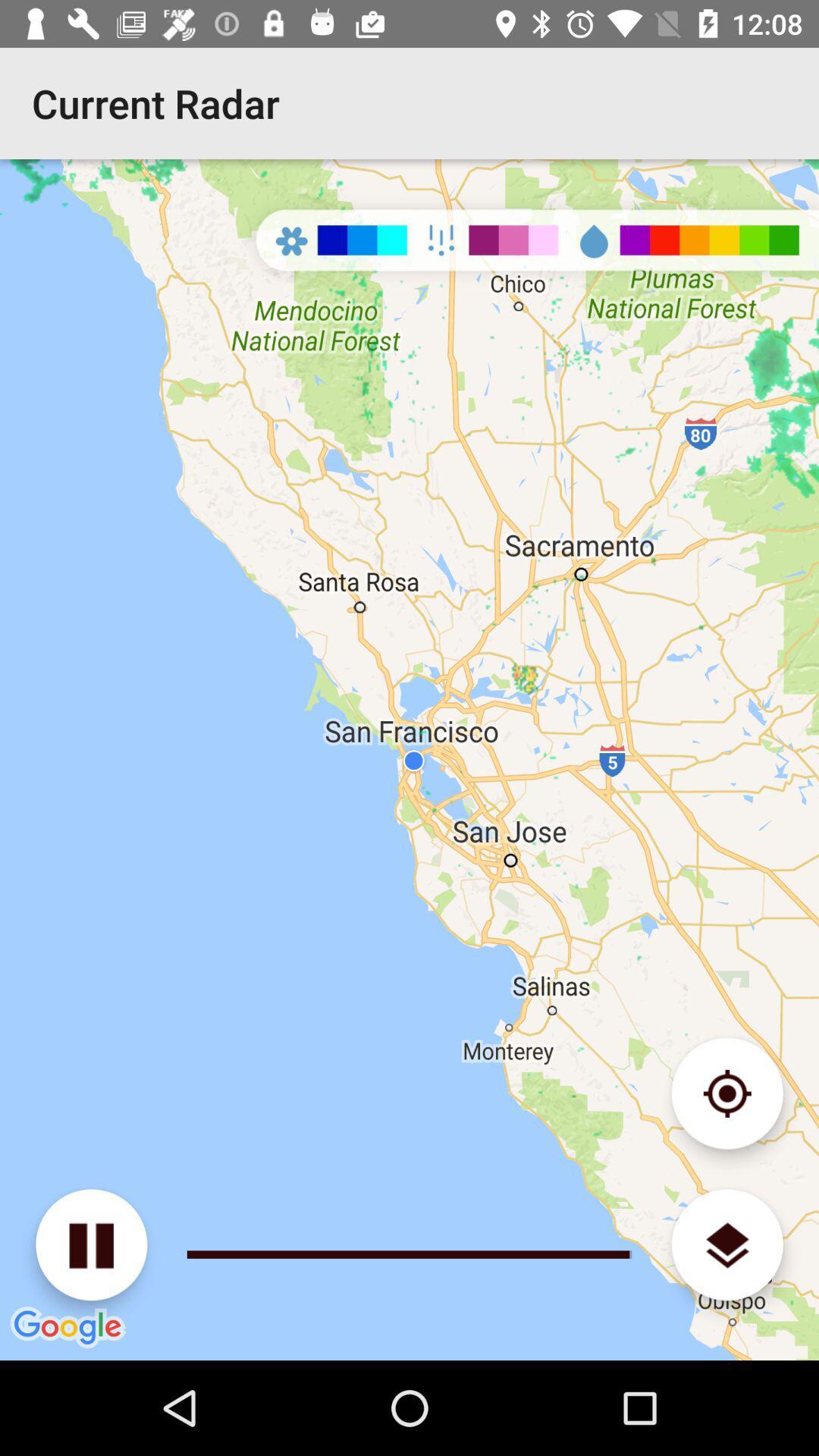  What do you see at coordinates (409, 760) in the screenshot?
I see `icon below the current radar` at bounding box center [409, 760].